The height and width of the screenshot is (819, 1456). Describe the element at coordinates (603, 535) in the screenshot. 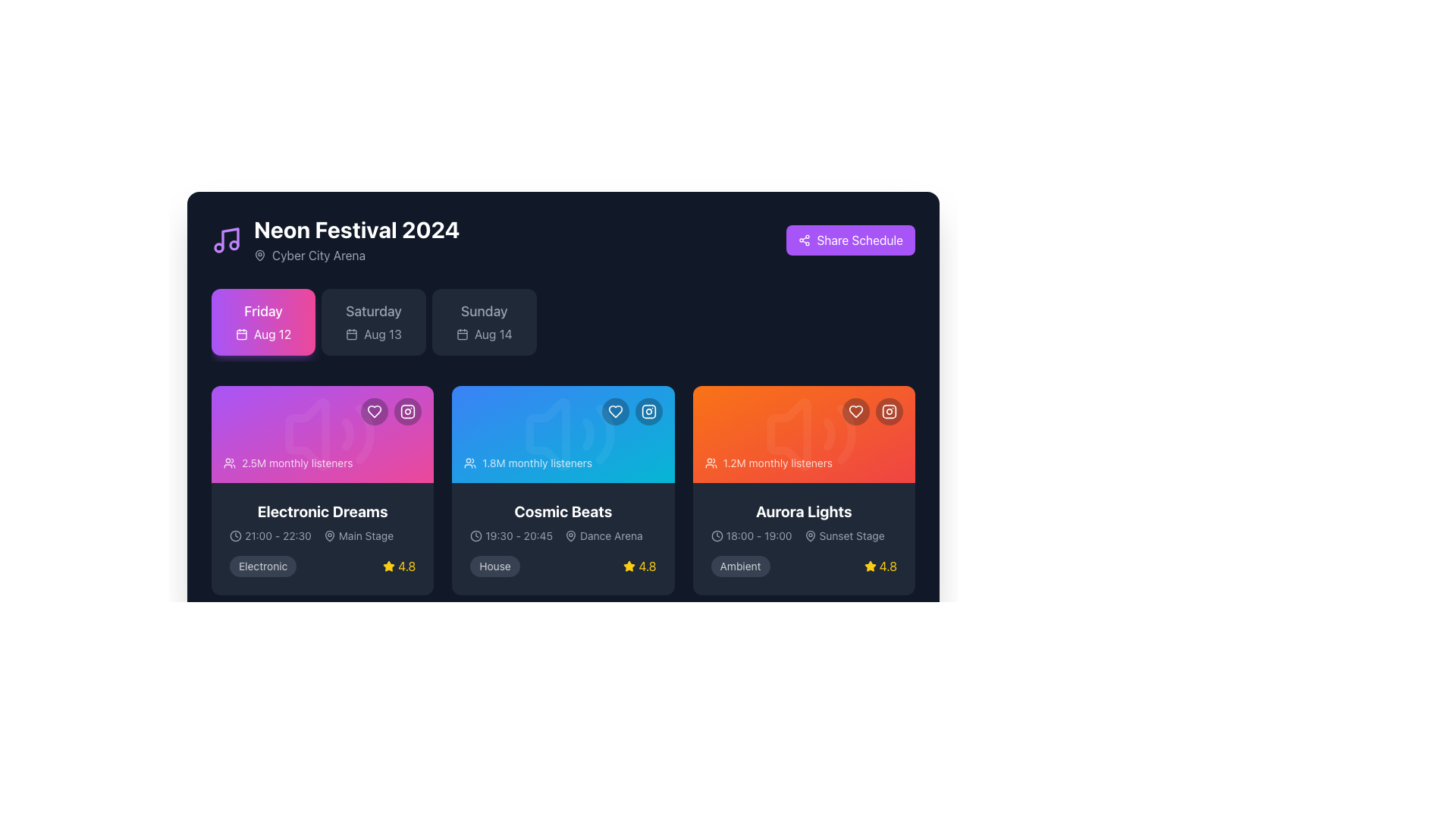

I see `the 'Dance Arena' text label which is accompanied by a map pin icon, located in the bottom section of the 'Cosmic Beats' card` at that location.